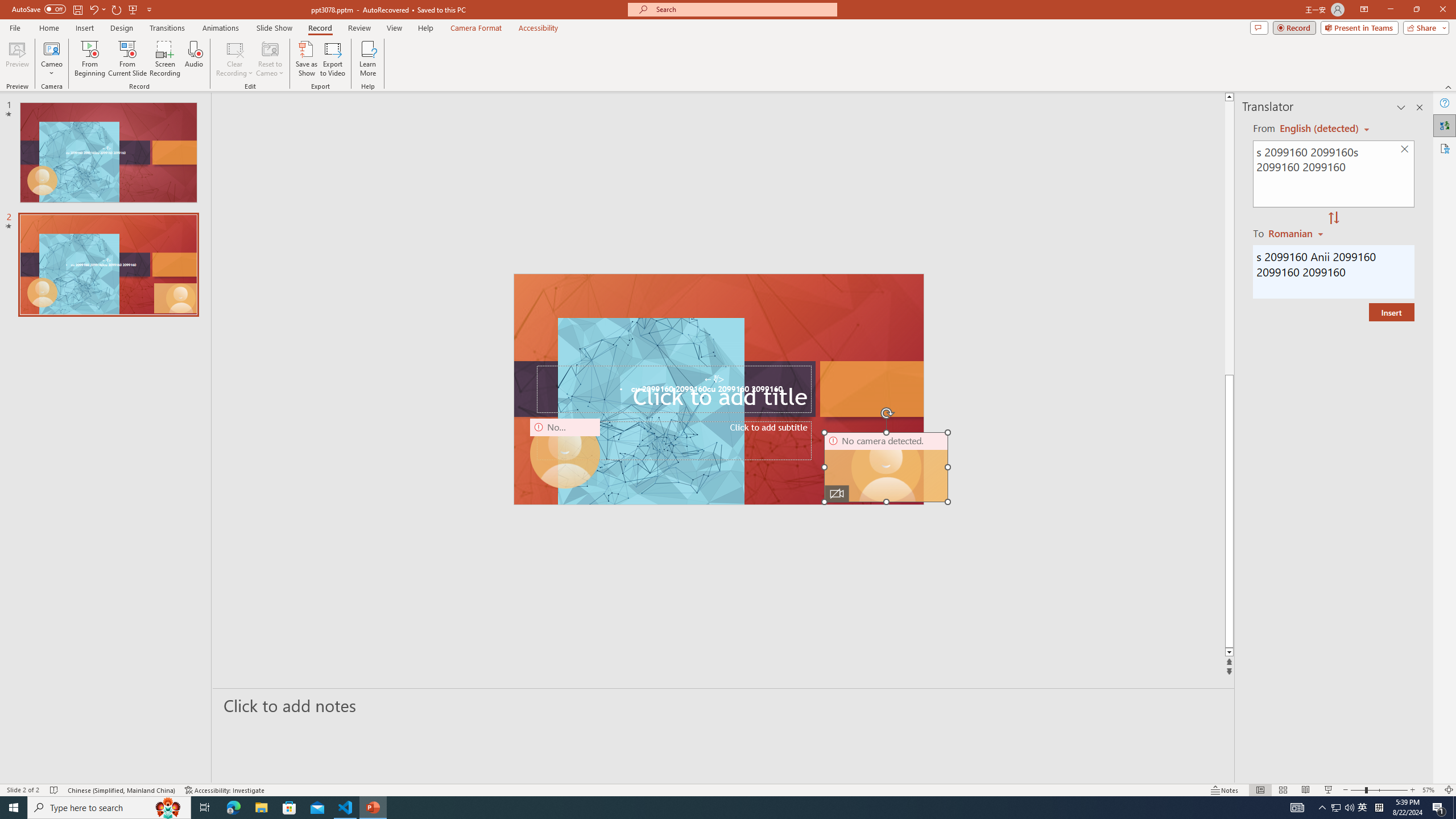  What do you see at coordinates (306, 59) in the screenshot?
I see `'Save as Show'` at bounding box center [306, 59].